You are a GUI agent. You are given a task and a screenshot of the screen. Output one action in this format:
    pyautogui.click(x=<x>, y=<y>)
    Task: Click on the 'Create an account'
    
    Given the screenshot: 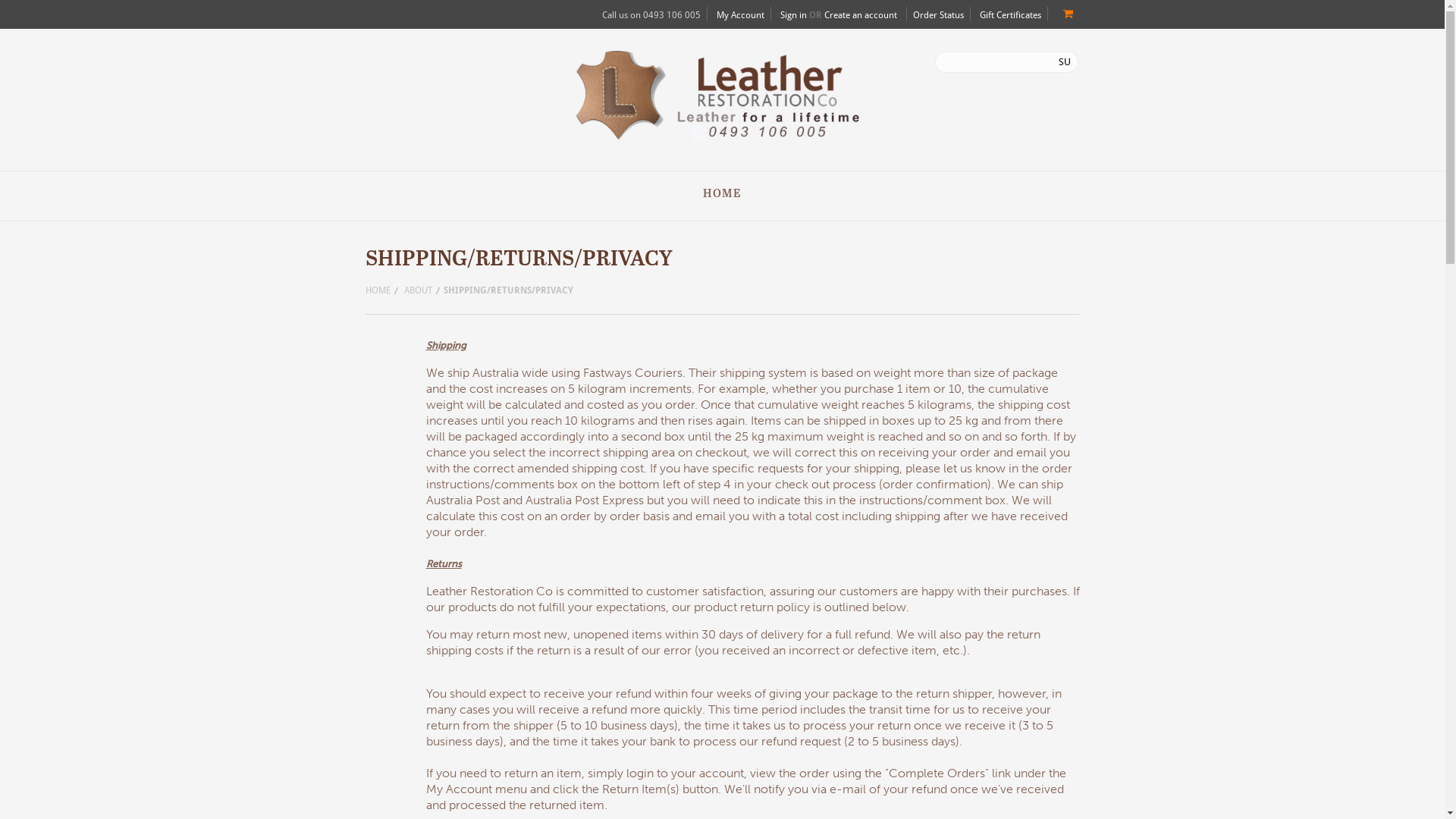 What is the action you would take?
    pyautogui.click(x=822, y=14)
    